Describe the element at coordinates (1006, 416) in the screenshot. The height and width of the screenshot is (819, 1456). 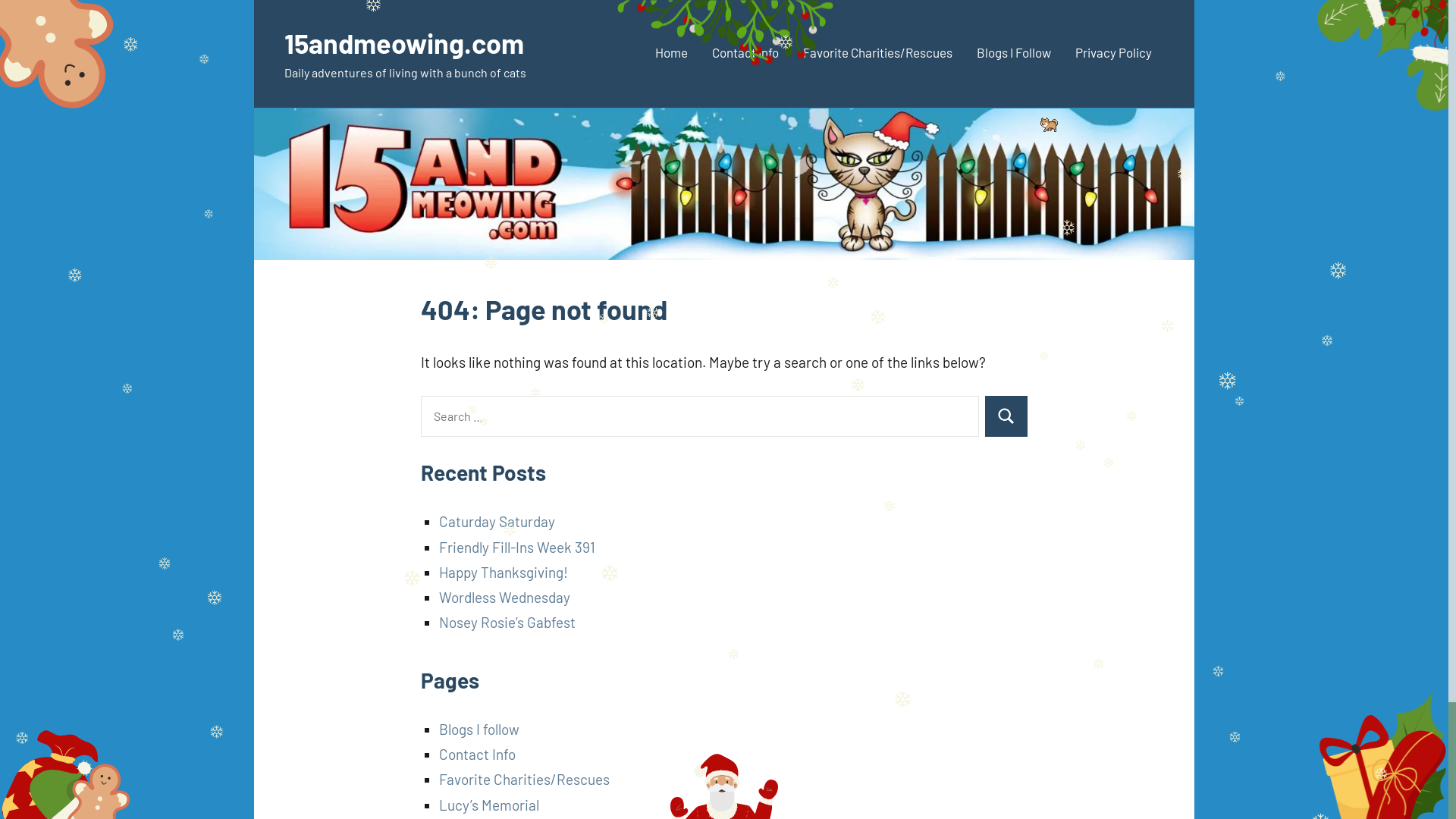
I see `'Search'` at that location.